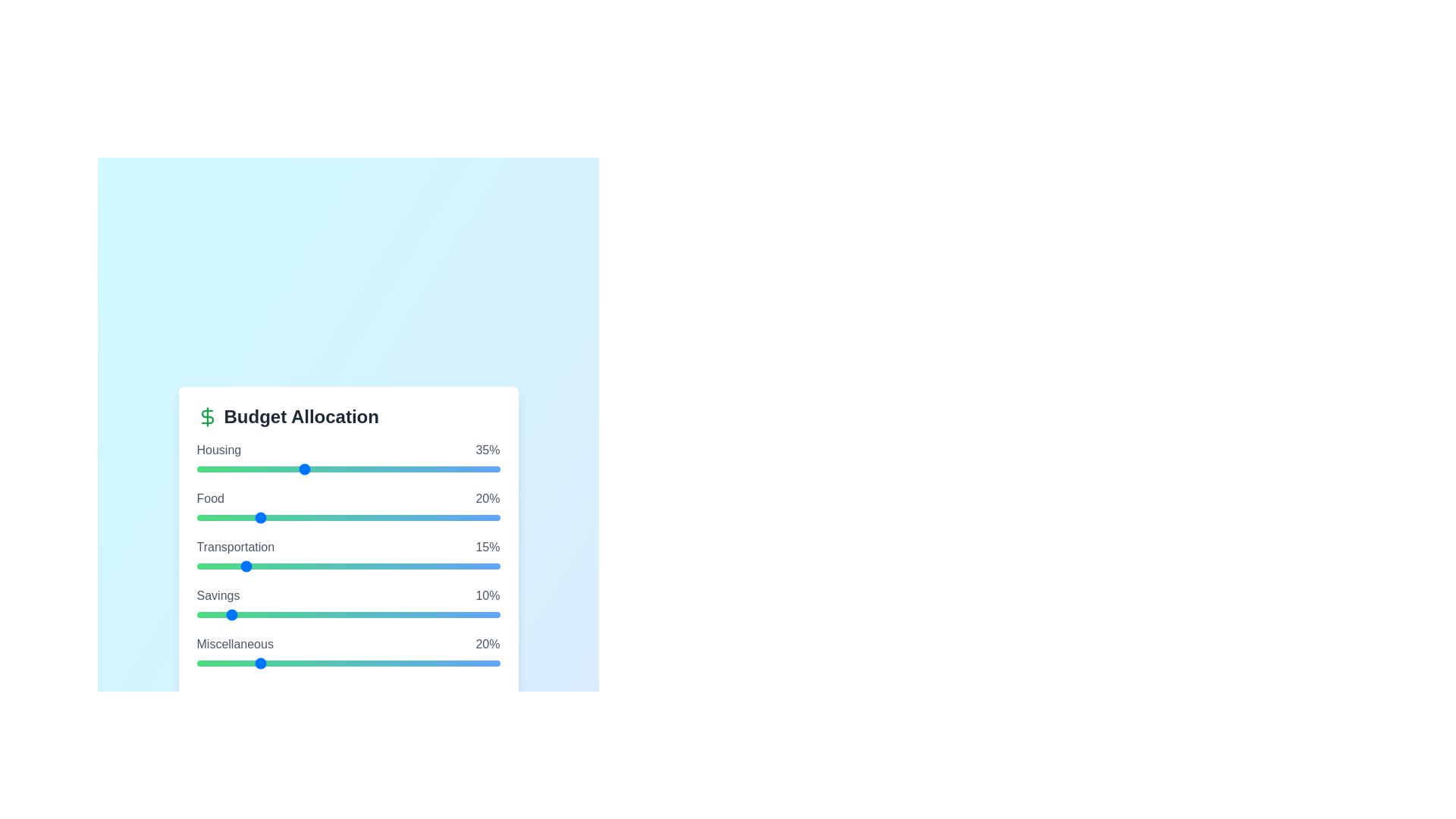 This screenshot has height=819, width=1456. Describe the element at coordinates (241, 468) in the screenshot. I see `the slider for a specific budget category to 15%` at that location.